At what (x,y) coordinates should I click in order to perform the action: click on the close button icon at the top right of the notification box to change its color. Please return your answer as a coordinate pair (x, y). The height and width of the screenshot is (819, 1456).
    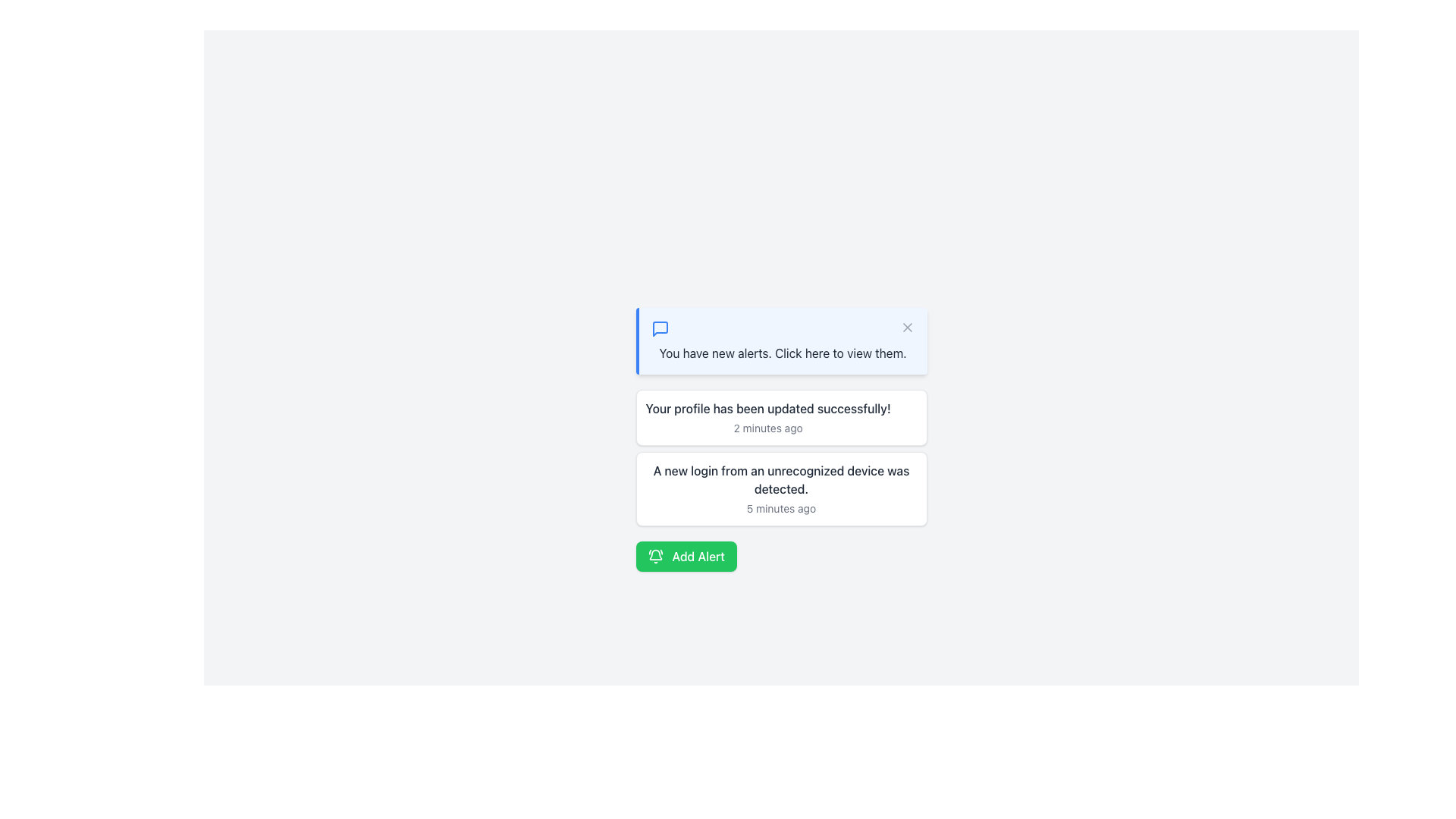
    Looking at the image, I should click on (907, 327).